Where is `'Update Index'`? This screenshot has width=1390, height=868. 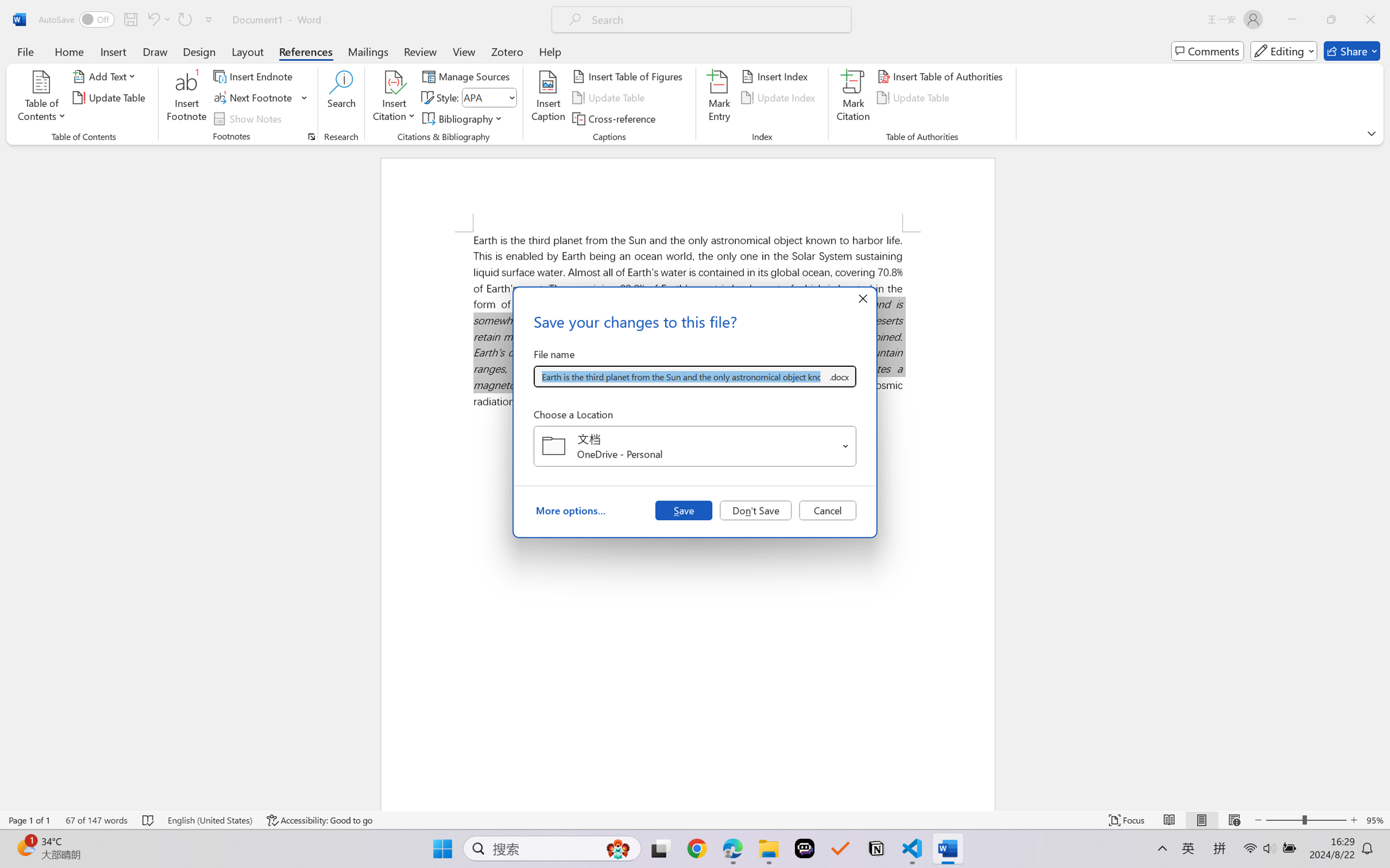
'Update Index' is located at coordinates (779, 98).